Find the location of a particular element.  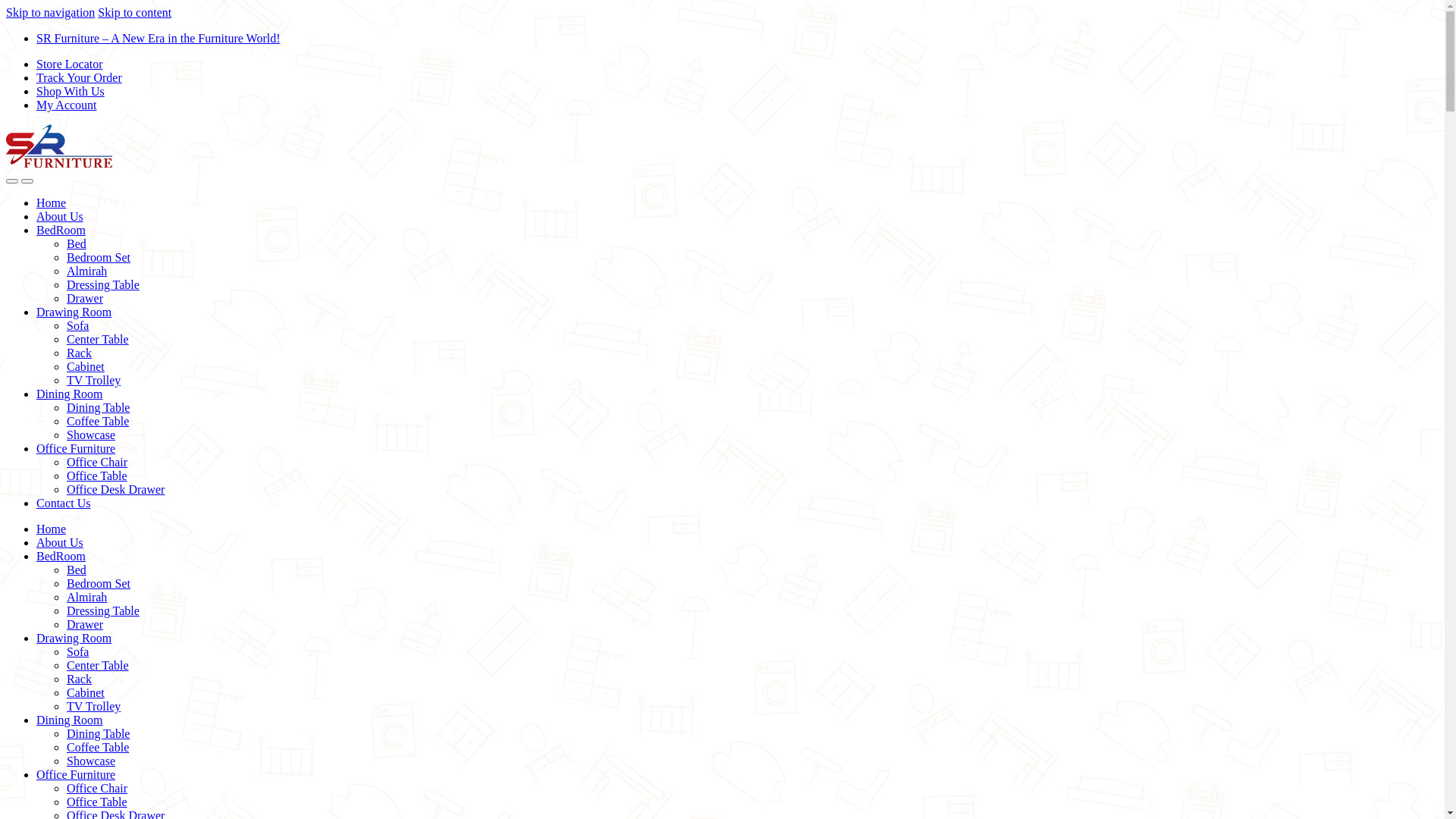

'Dining Room' is located at coordinates (68, 719).